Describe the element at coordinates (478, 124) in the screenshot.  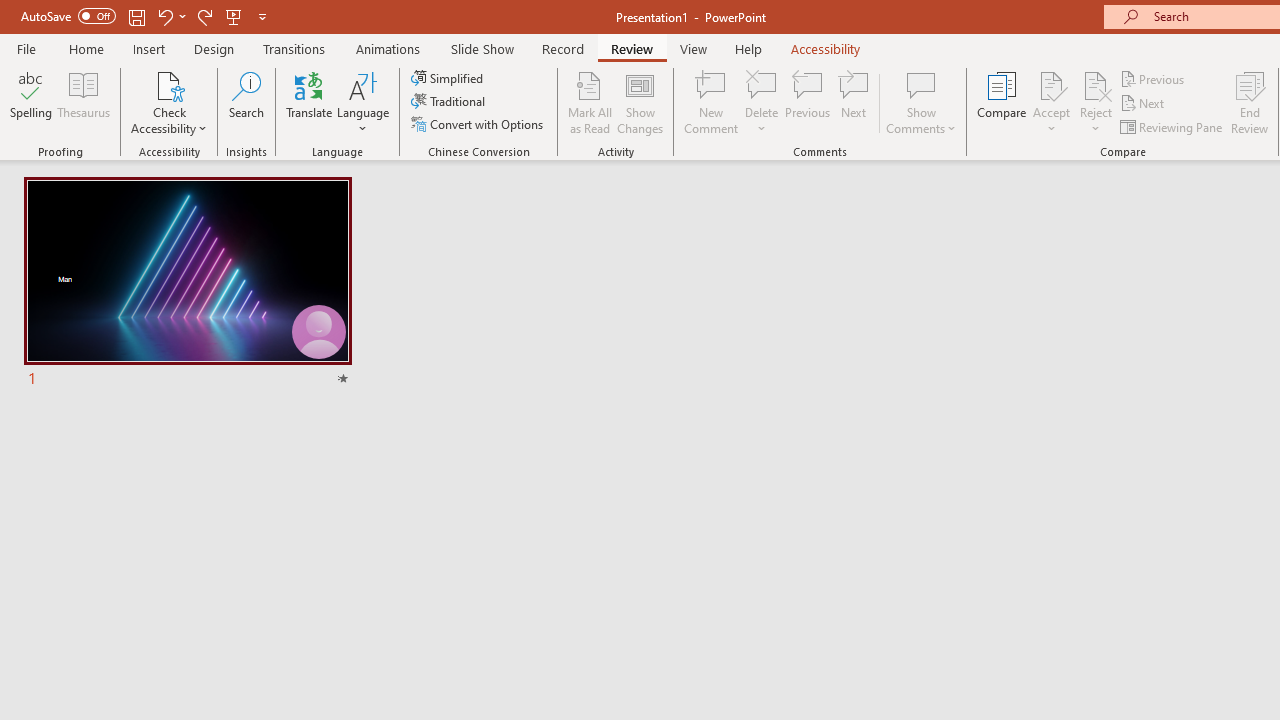
I see `'Convert with Options...'` at that location.